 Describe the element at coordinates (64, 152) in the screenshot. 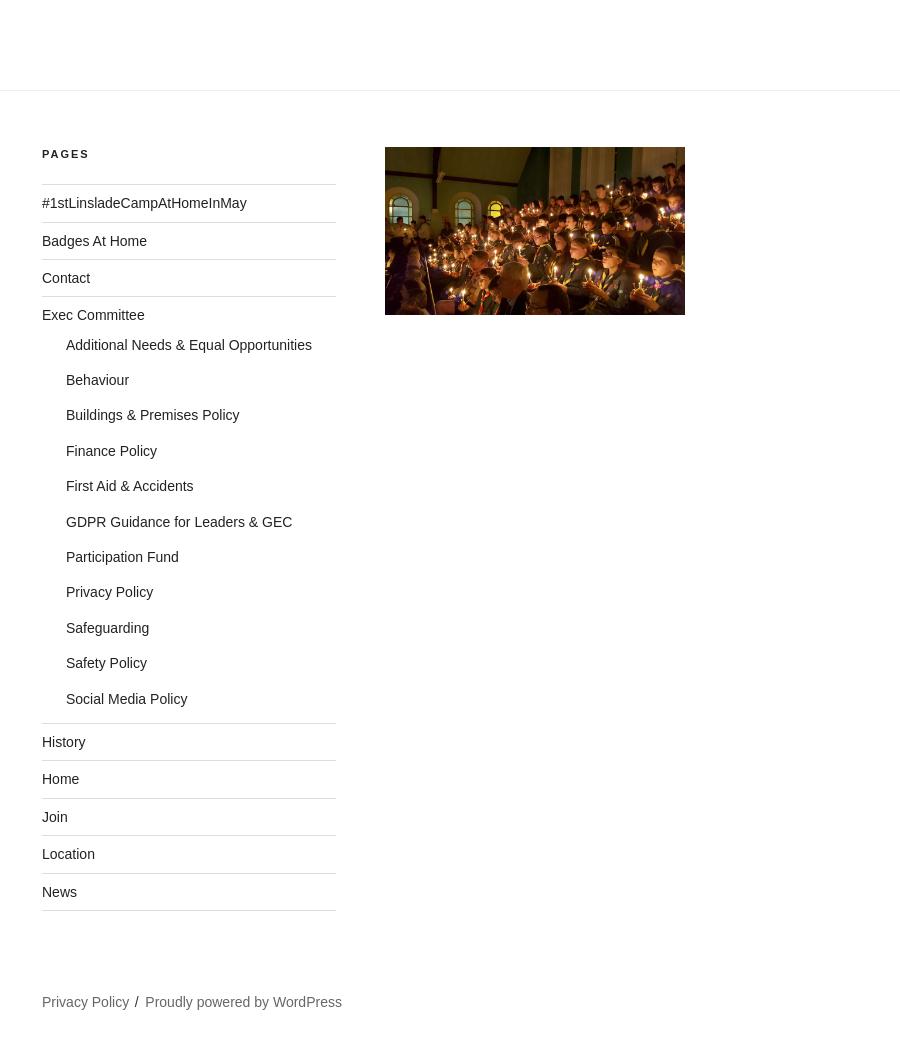

I see `'Pages'` at that location.